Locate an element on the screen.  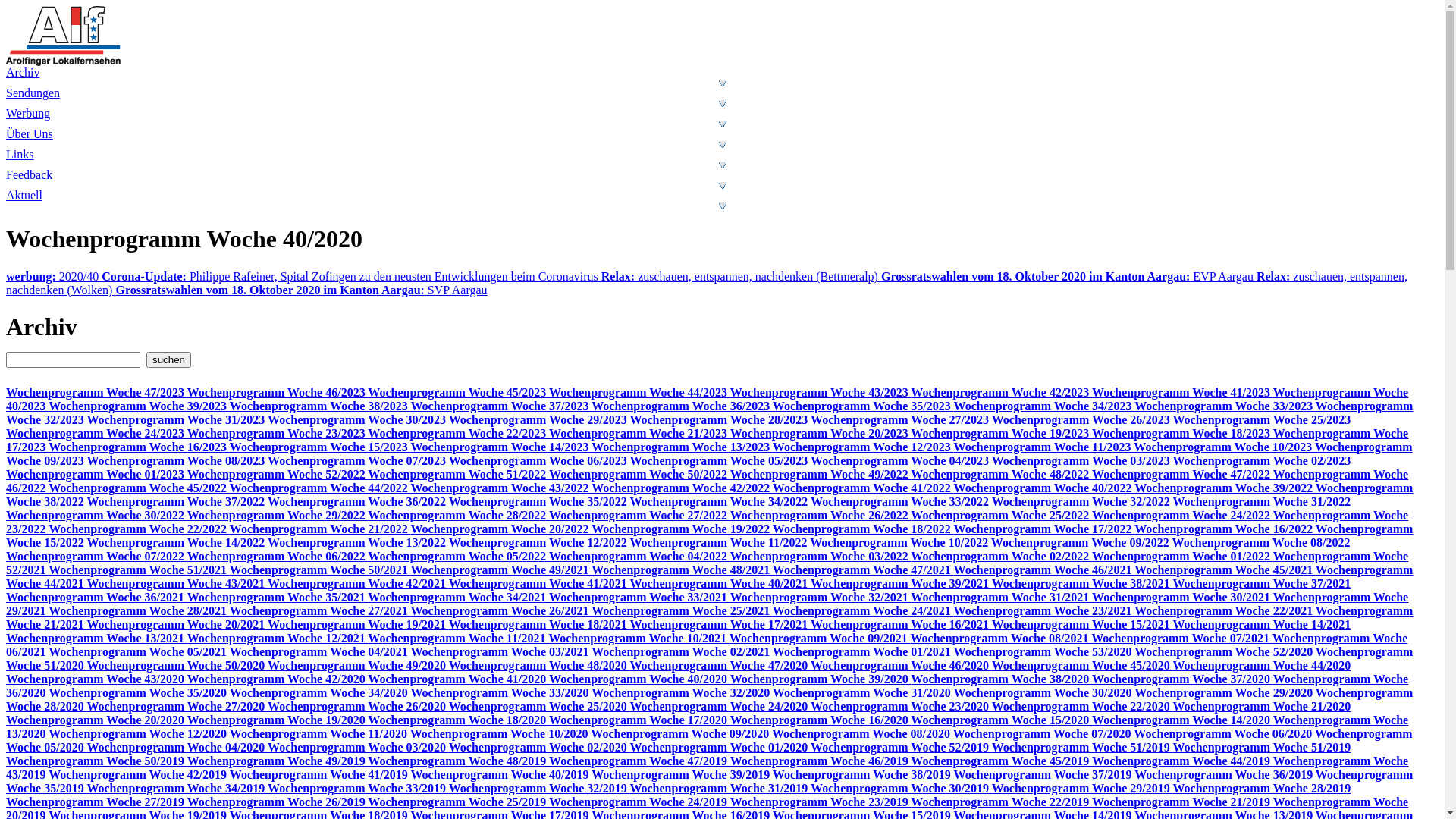
'Wochenprogramm Woche 10/2021' is located at coordinates (548, 638).